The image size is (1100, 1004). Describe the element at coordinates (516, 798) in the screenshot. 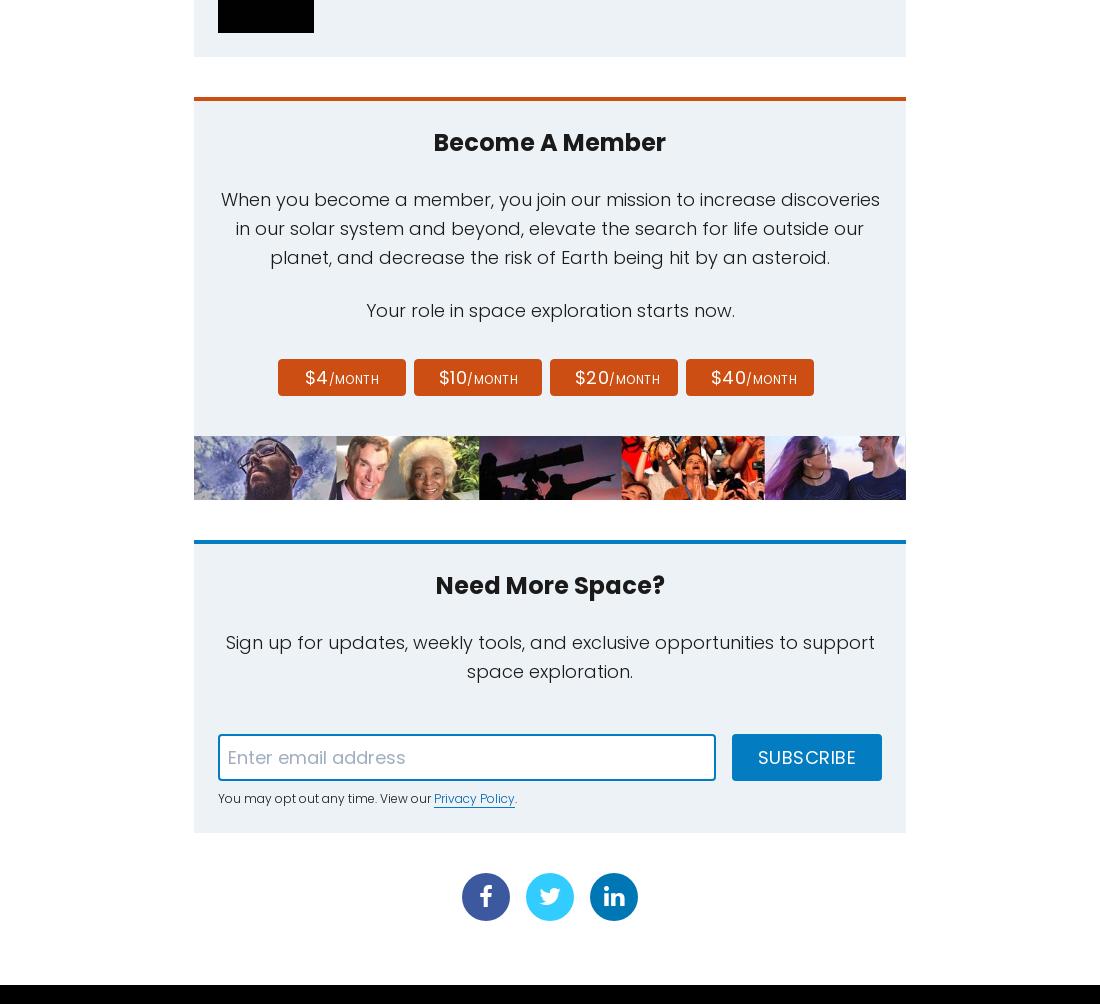

I see `'.'` at that location.